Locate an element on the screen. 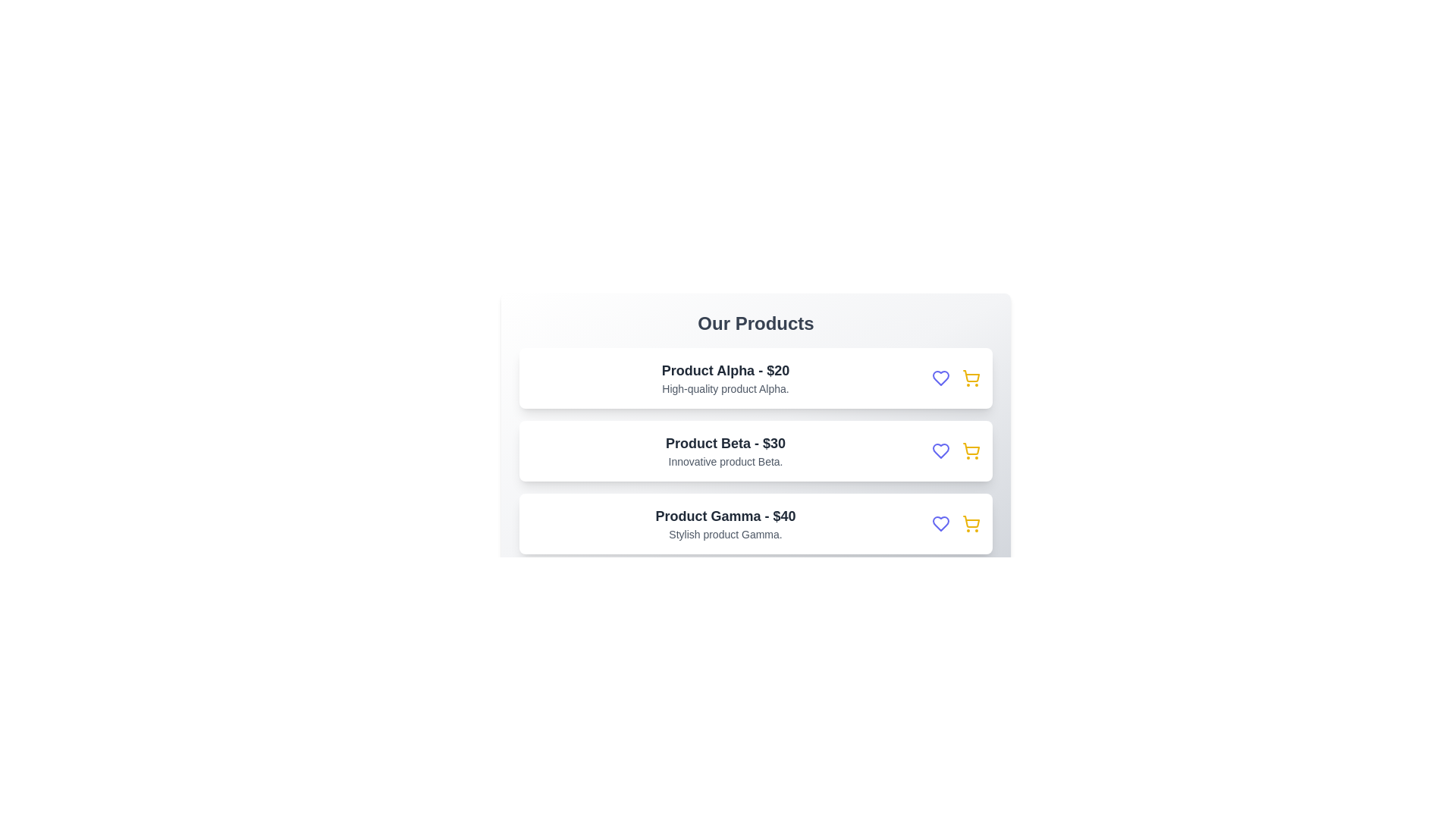 Image resolution: width=1456 pixels, height=819 pixels. the add-to-cart button for Product Gamma is located at coordinates (971, 522).